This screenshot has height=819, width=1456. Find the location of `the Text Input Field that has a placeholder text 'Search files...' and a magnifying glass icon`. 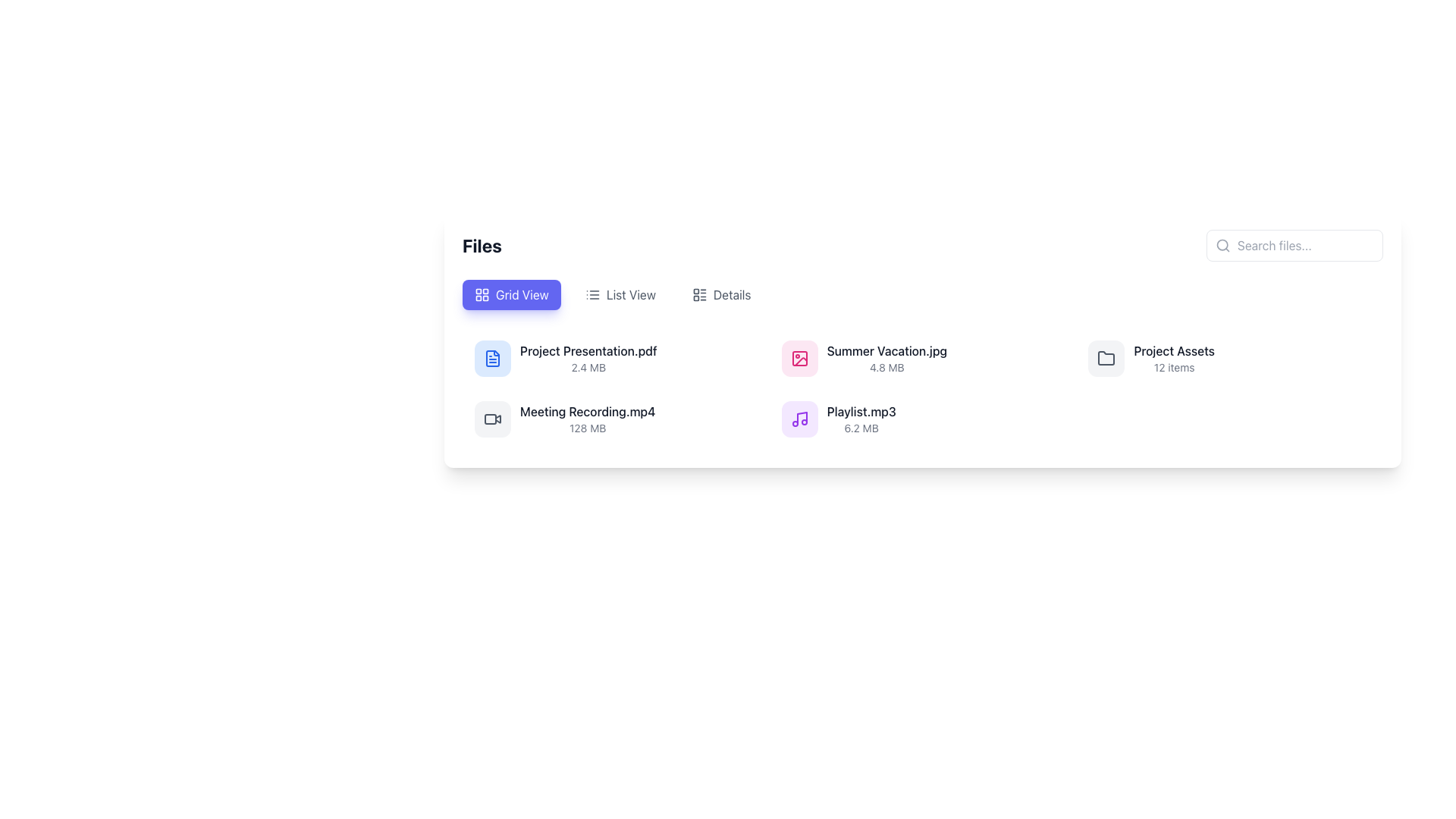

the Text Input Field that has a placeholder text 'Search files...' and a magnifying glass icon is located at coordinates (1294, 245).